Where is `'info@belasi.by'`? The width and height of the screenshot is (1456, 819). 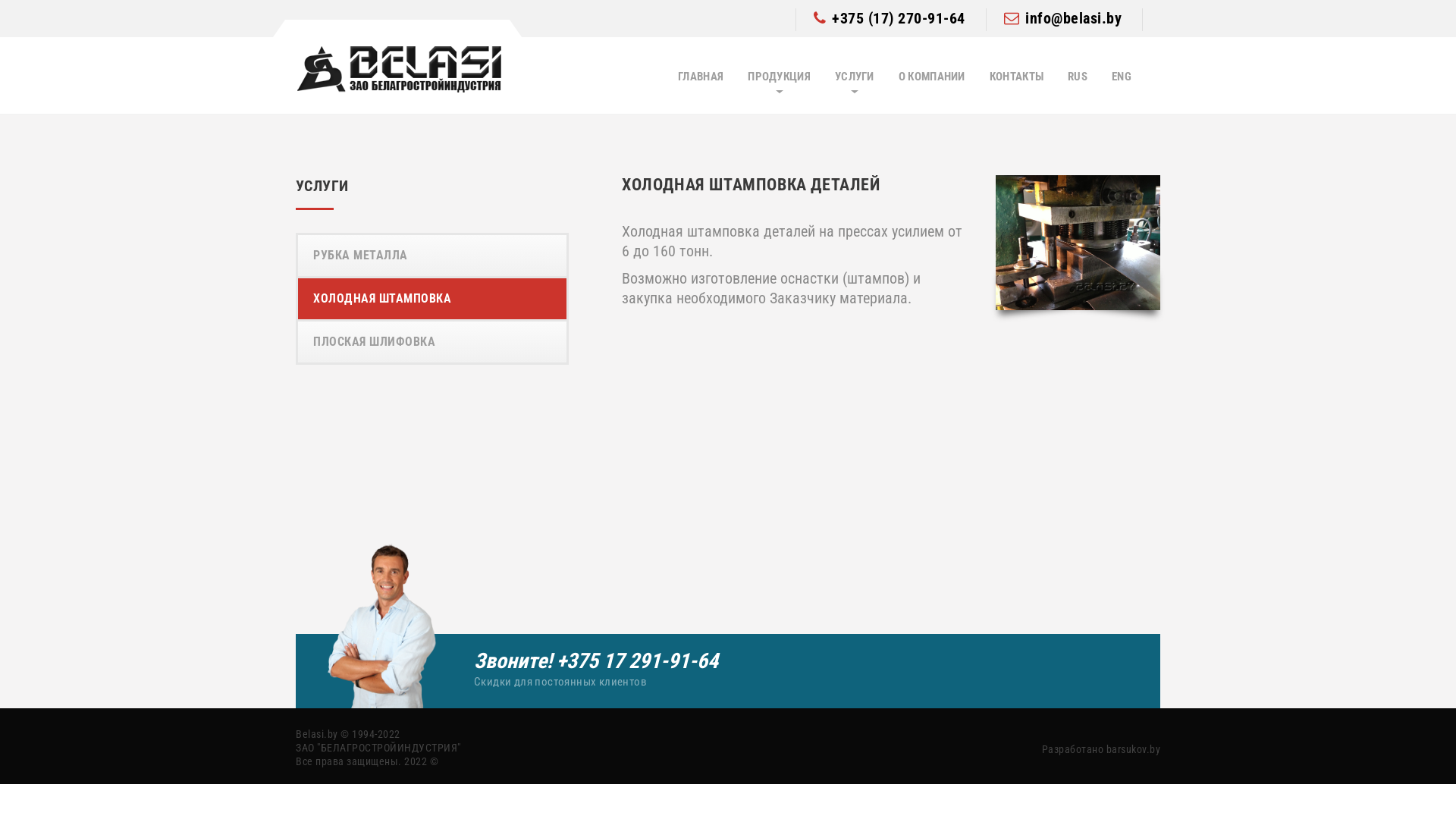 'info@belasi.by' is located at coordinates (1004, 17).